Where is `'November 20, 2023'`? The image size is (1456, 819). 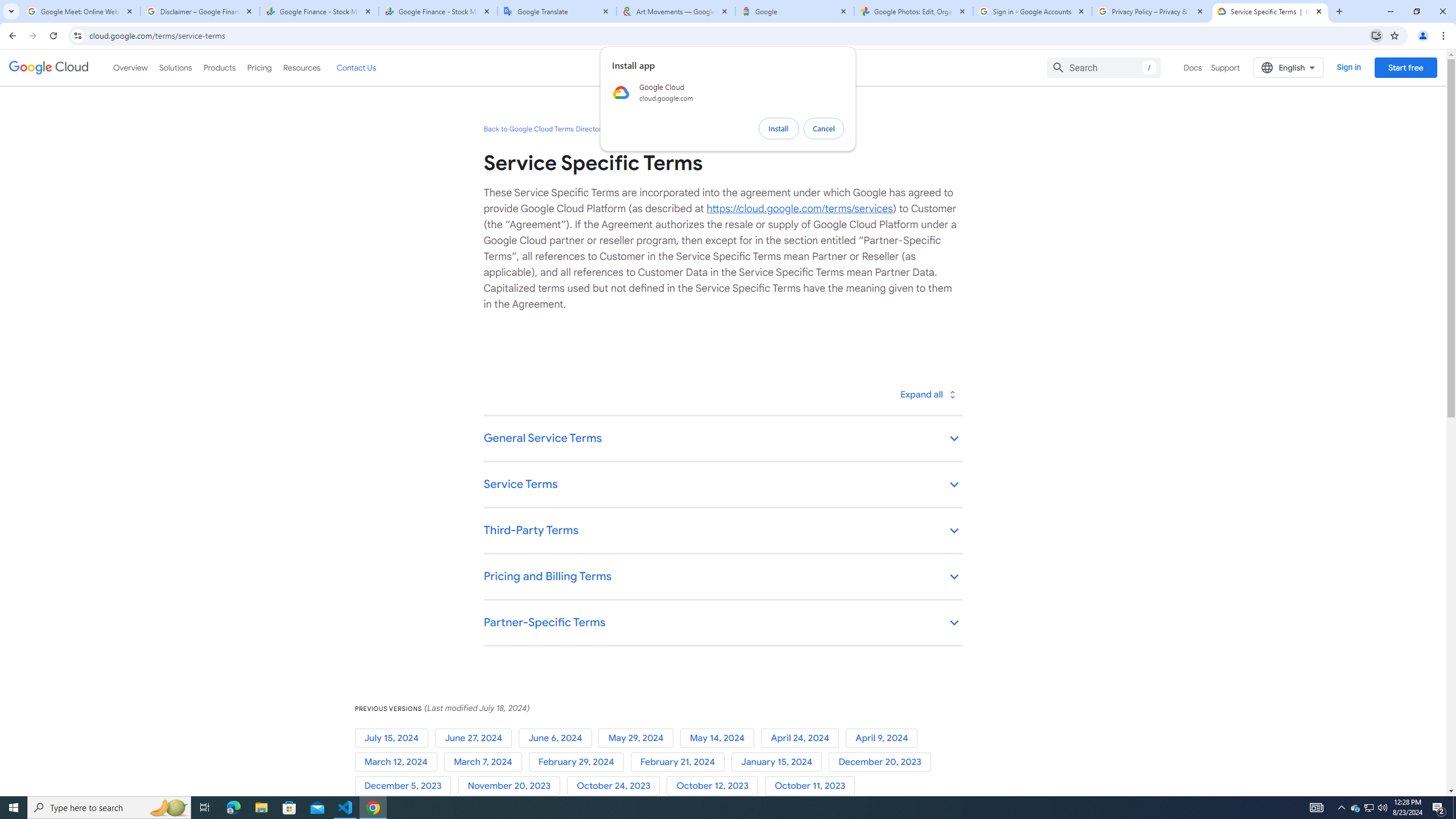
'November 20, 2023' is located at coordinates (511, 786).